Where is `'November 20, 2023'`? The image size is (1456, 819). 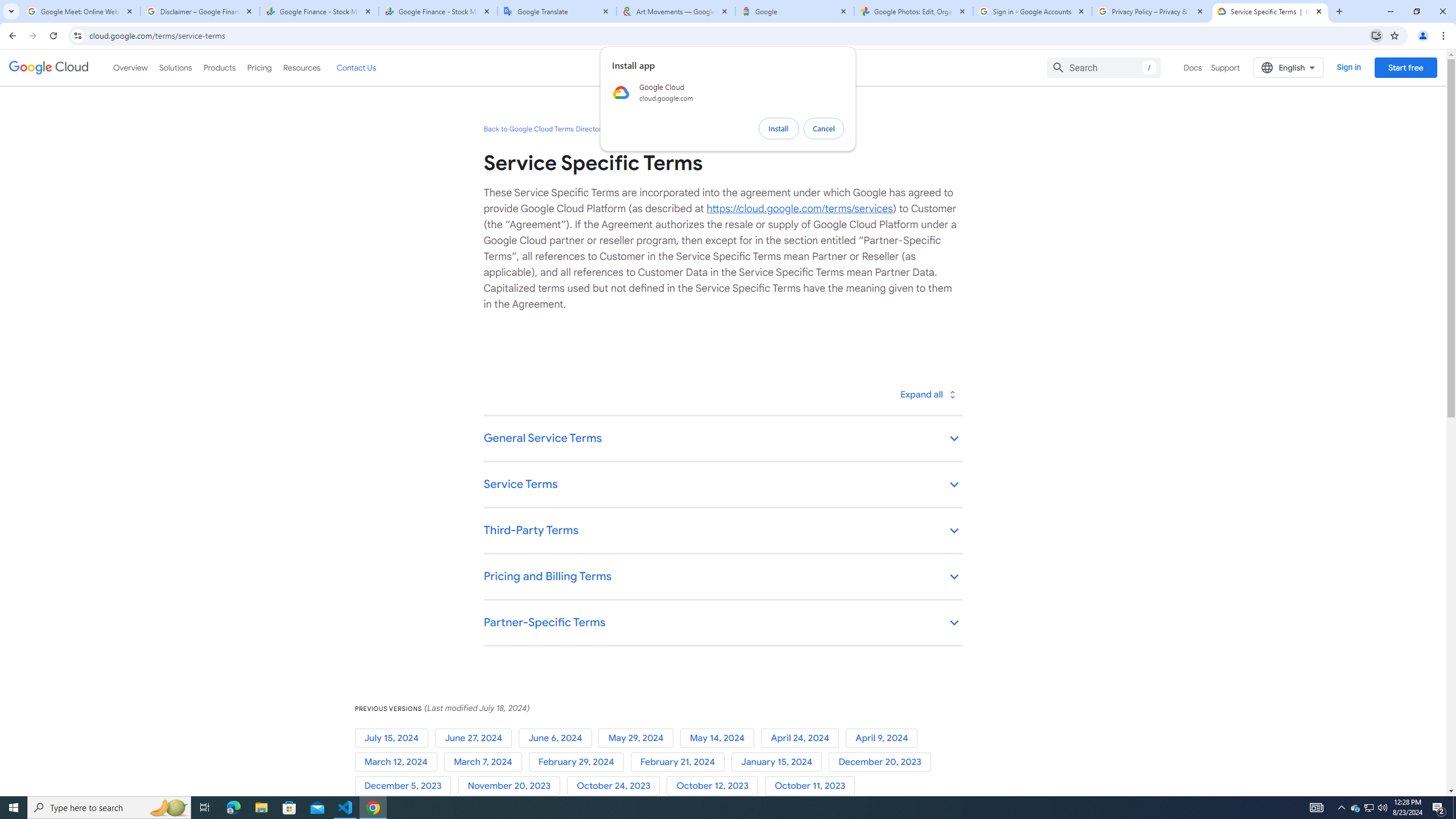
'November 20, 2023' is located at coordinates (511, 786).